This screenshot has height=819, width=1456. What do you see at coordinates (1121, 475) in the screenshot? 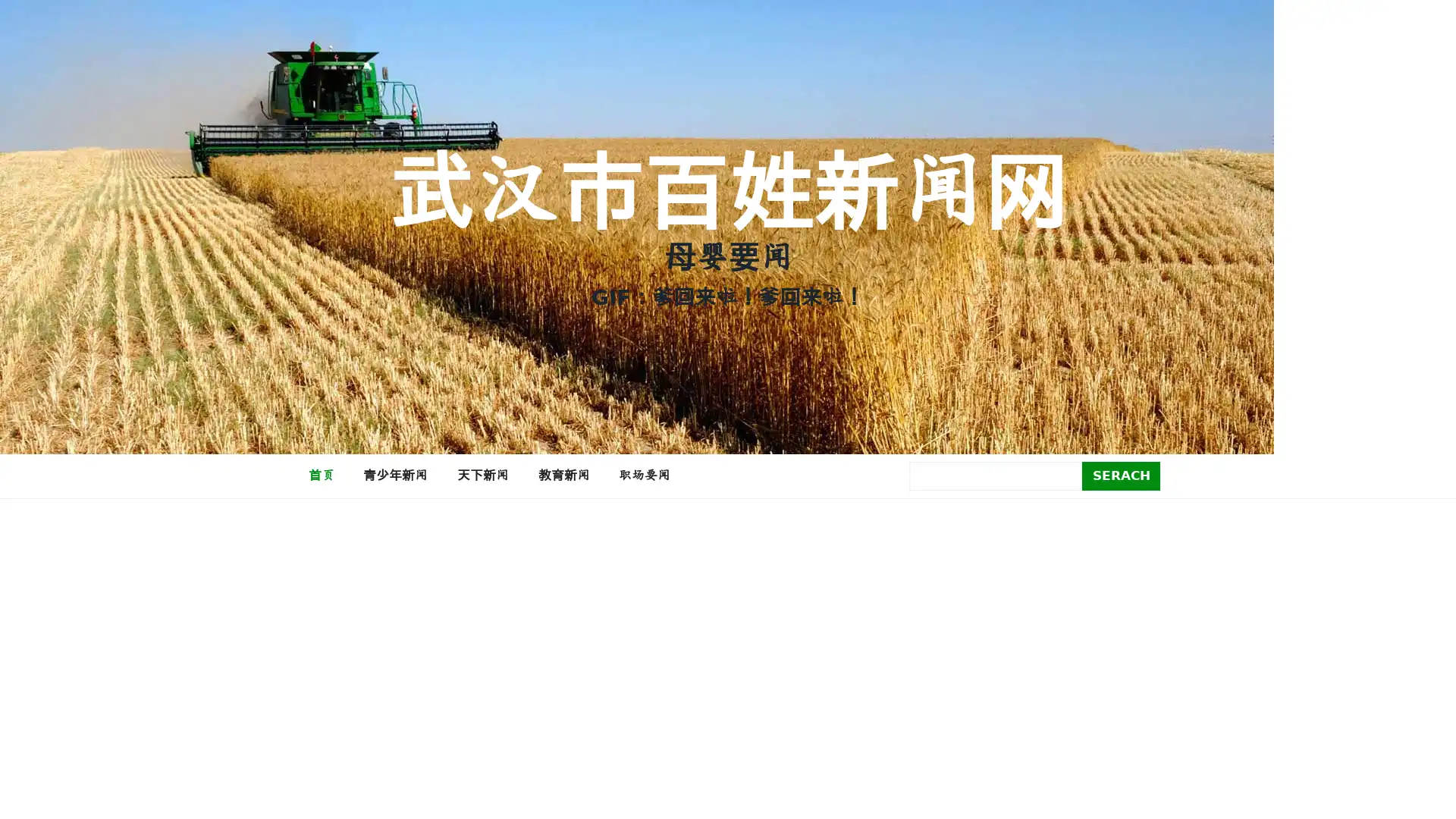
I see `serach` at bounding box center [1121, 475].